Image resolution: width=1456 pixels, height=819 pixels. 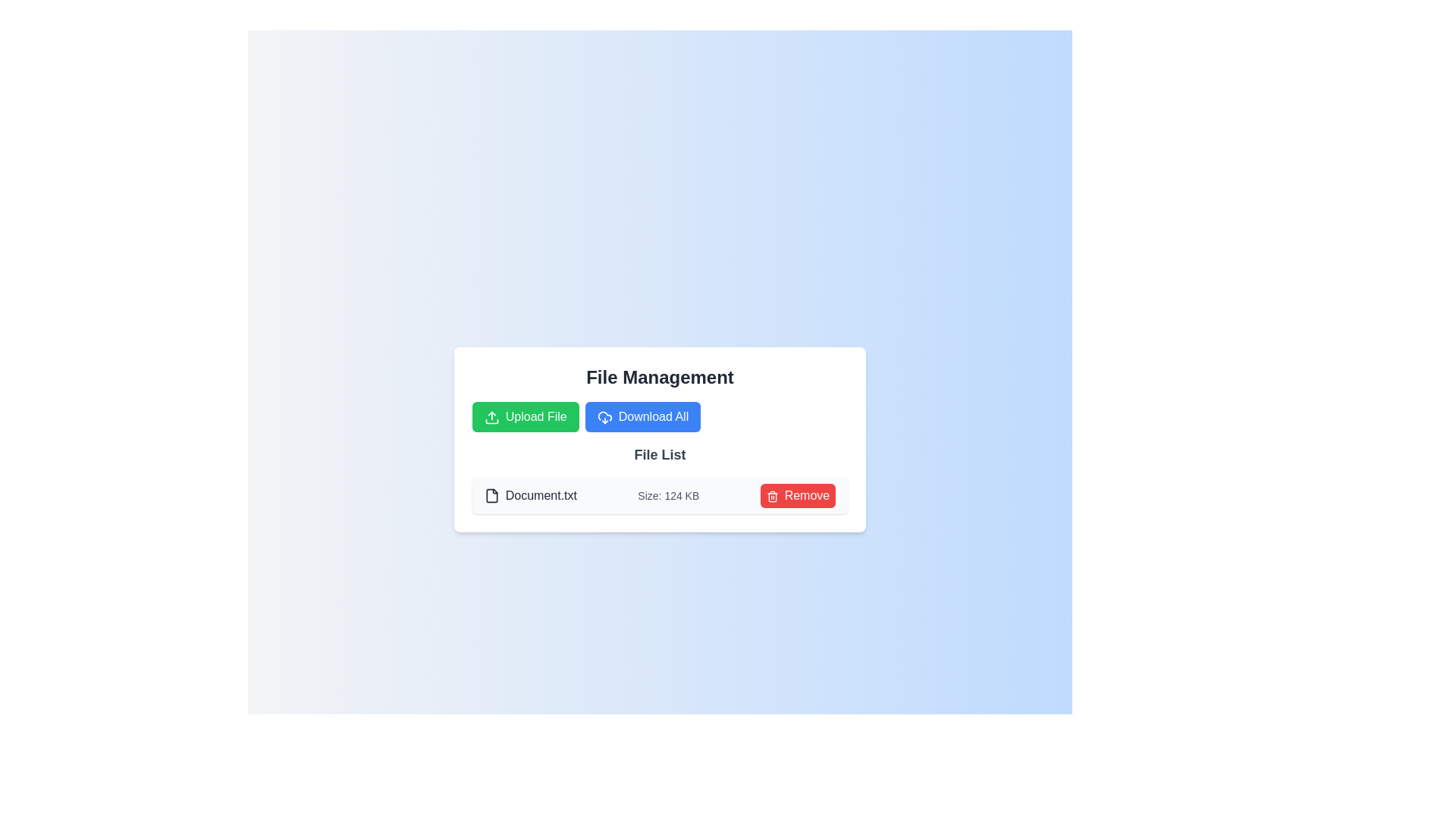 I want to click on the text label displaying the file name 'Document.txt' in the file management interface, located in the 'File List' section, to the left of the file size text and far-left of the 'Remove' action button, so click(x=530, y=496).